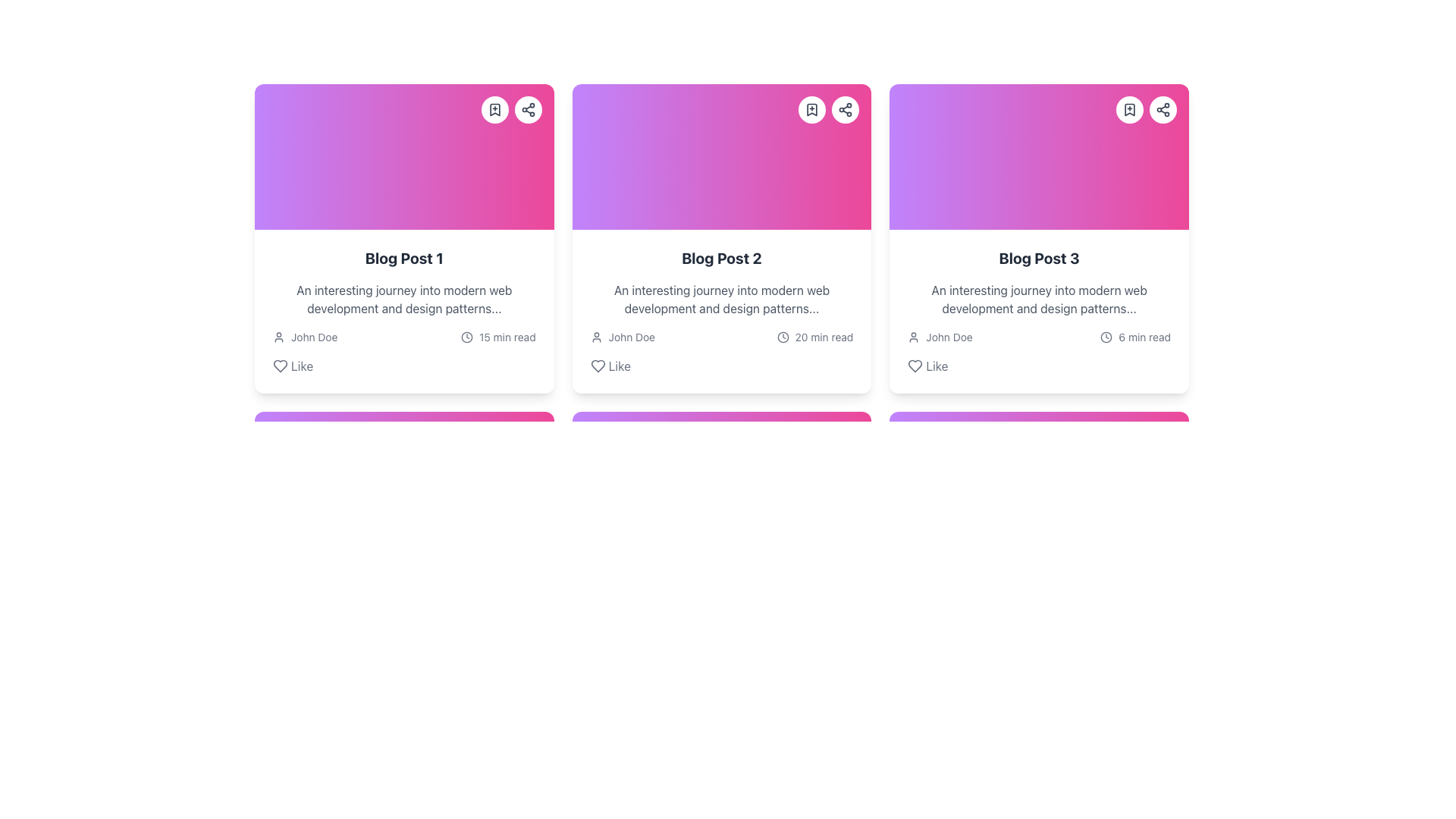 The image size is (1456, 819). What do you see at coordinates (1038, 239) in the screenshot?
I see `the blog post summary card located in the top-right corner of the grid layout` at bounding box center [1038, 239].